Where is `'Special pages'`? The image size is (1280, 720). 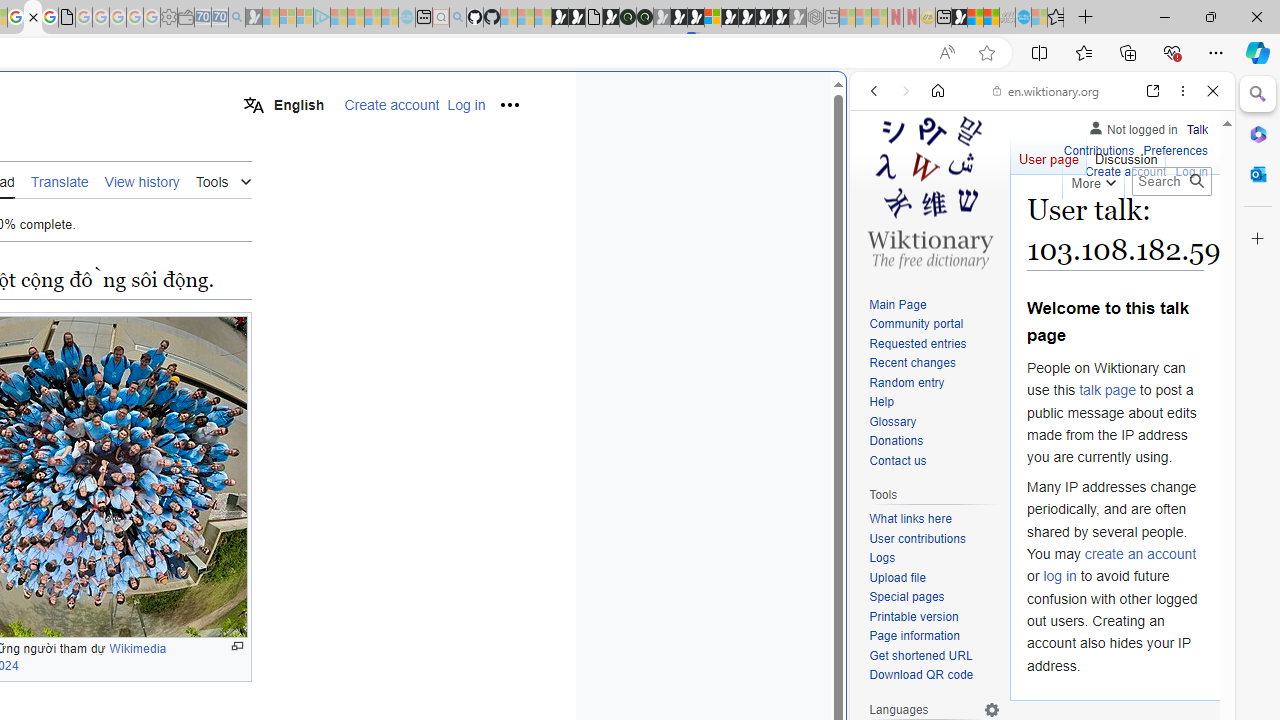
'Special pages' is located at coordinates (905, 596).